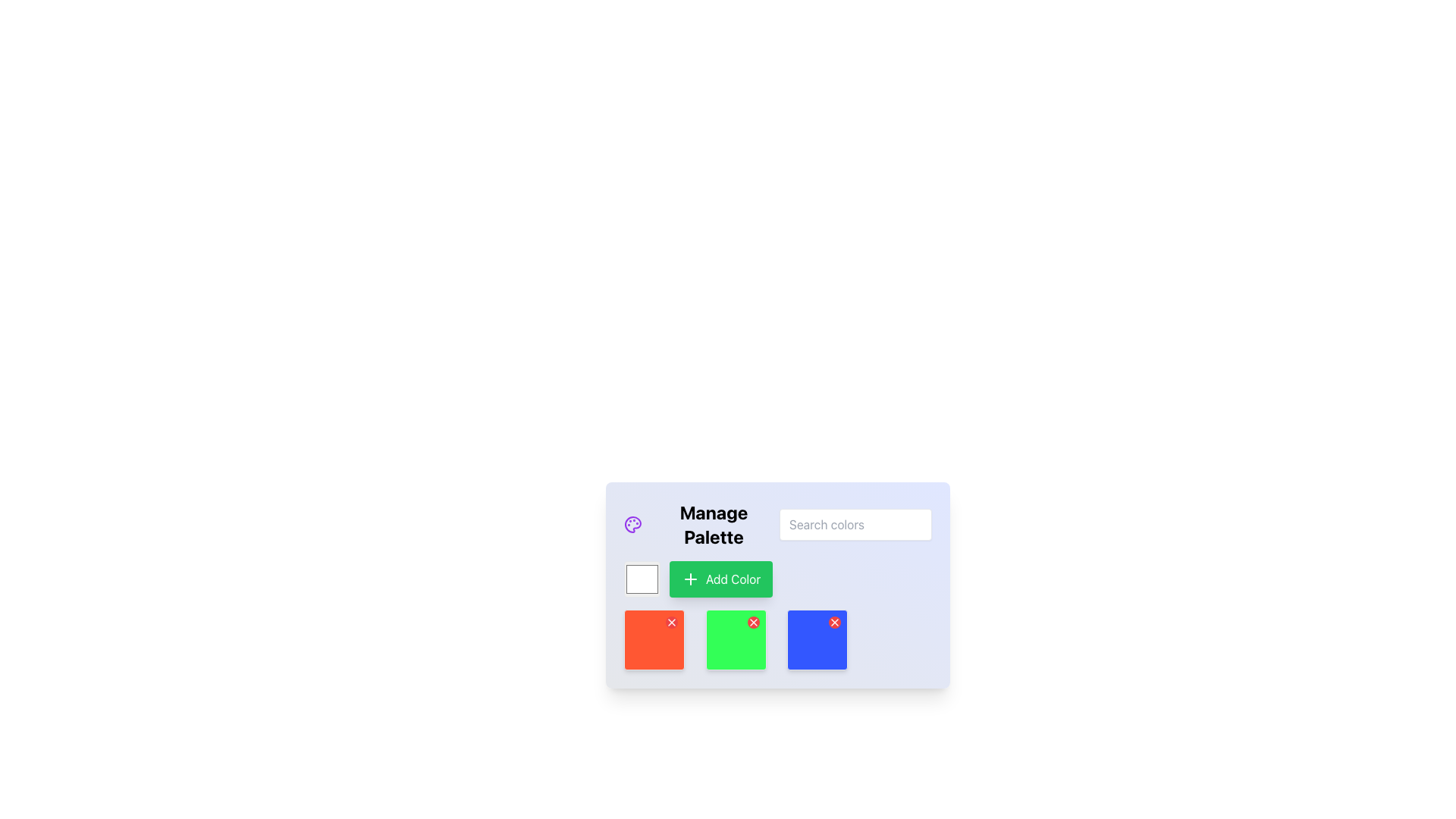  Describe the element at coordinates (701, 523) in the screenshot. I see `the 'Manage Palette' header text element, which is bold, large-sized, and black, featuring a purple palette icon on its left` at that location.